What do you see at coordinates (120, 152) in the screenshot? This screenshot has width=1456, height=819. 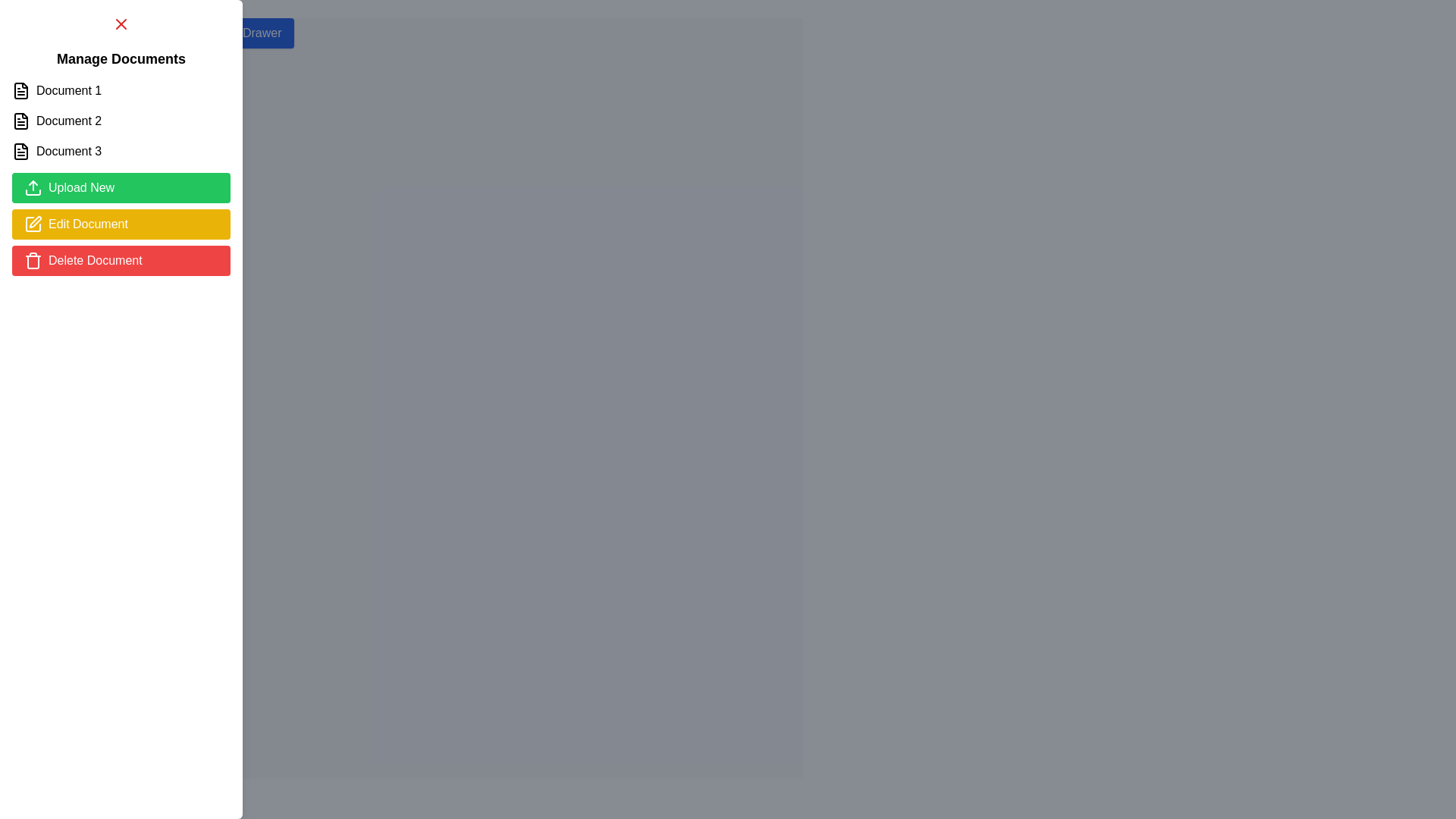 I see `the list item representing 'Document 3'` at bounding box center [120, 152].